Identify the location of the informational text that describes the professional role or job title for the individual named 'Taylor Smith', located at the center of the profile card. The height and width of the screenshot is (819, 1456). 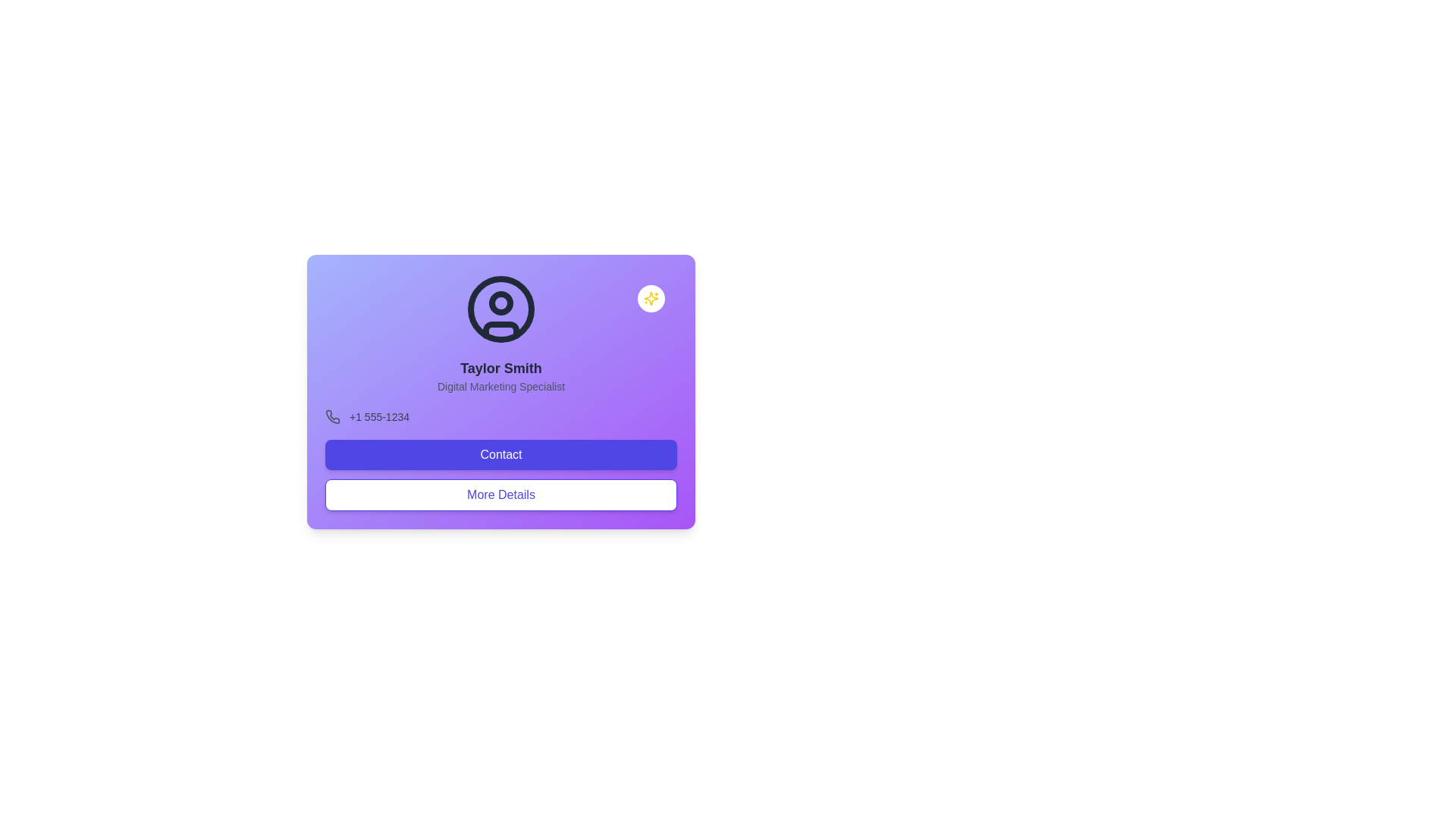
(501, 385).